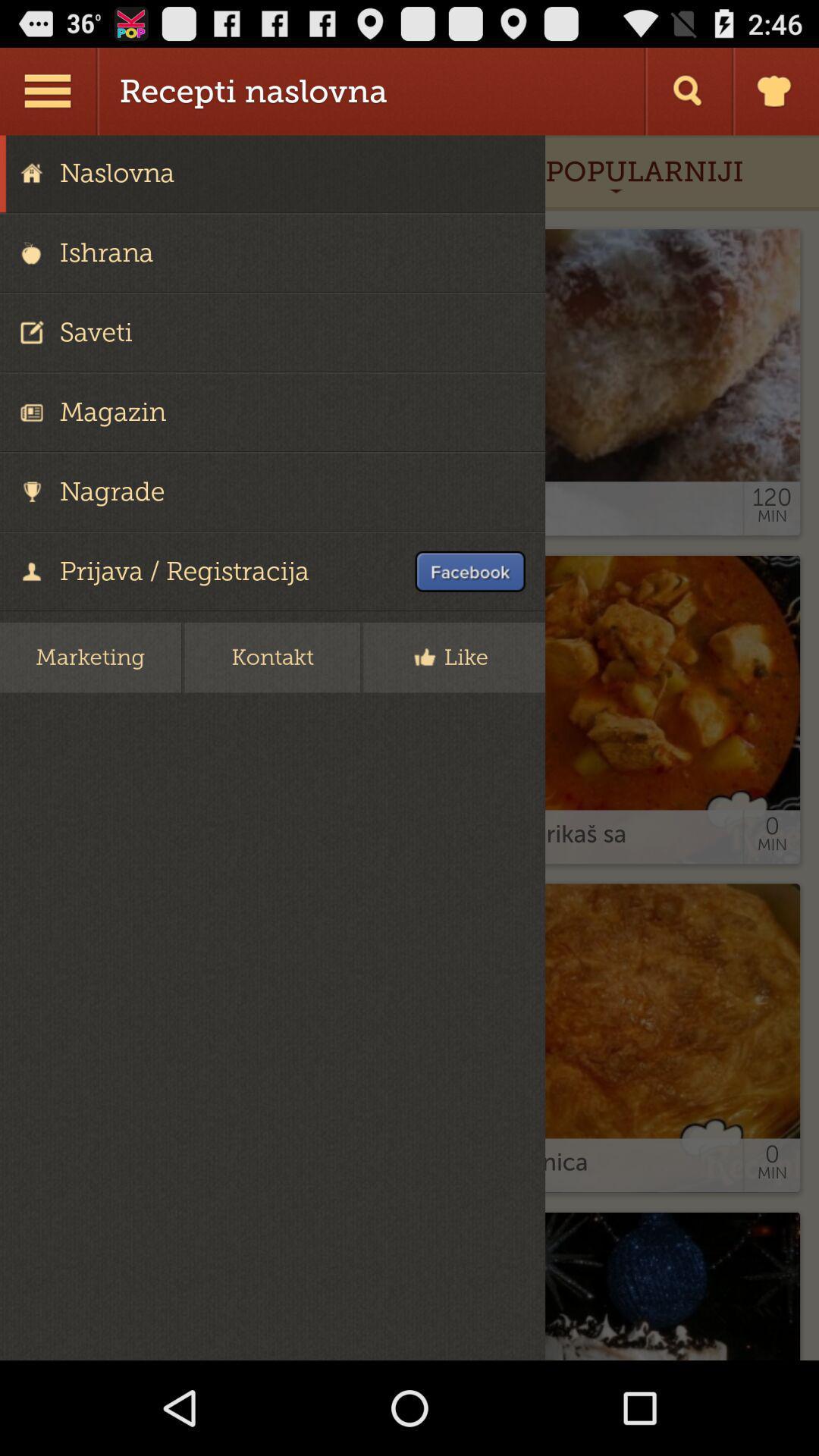  I want to click on menu button, so click(49, 90).